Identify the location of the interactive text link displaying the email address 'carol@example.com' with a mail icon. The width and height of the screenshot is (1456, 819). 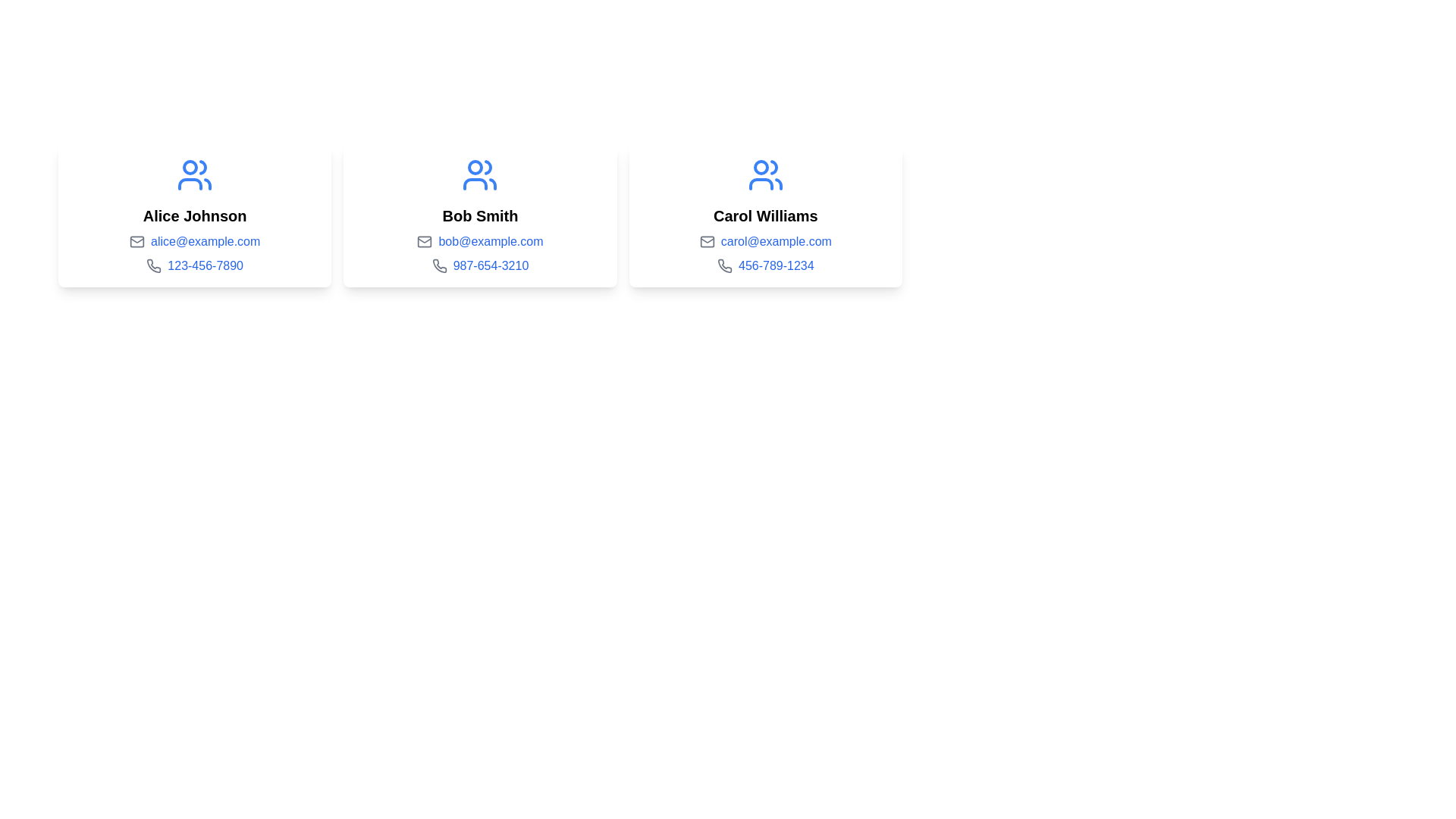
(765, 241).